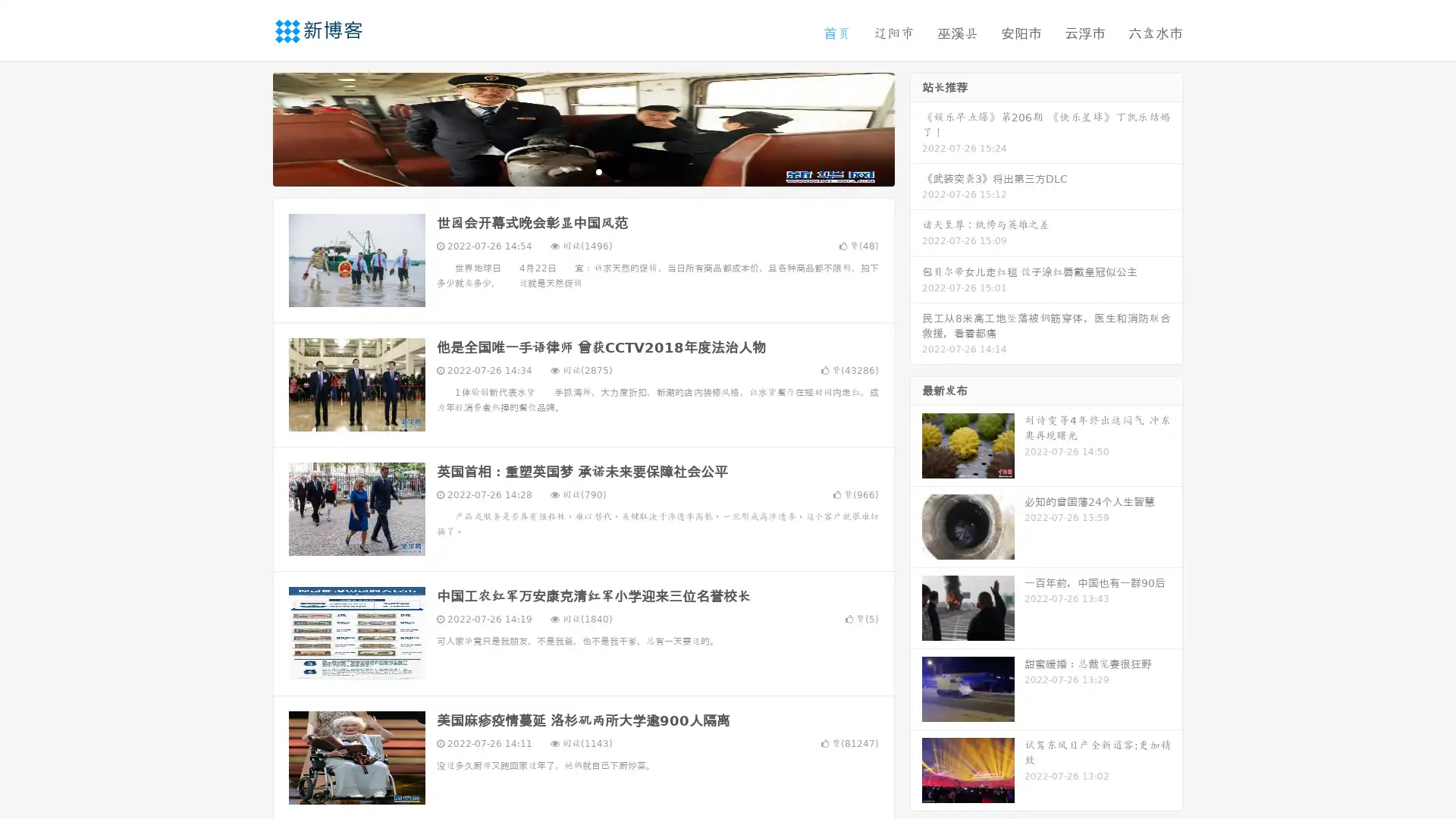  What do you see at coordinates (567, 171) in the screenshot?
I see `Go to slide 1` at bounding box center [567, 171].